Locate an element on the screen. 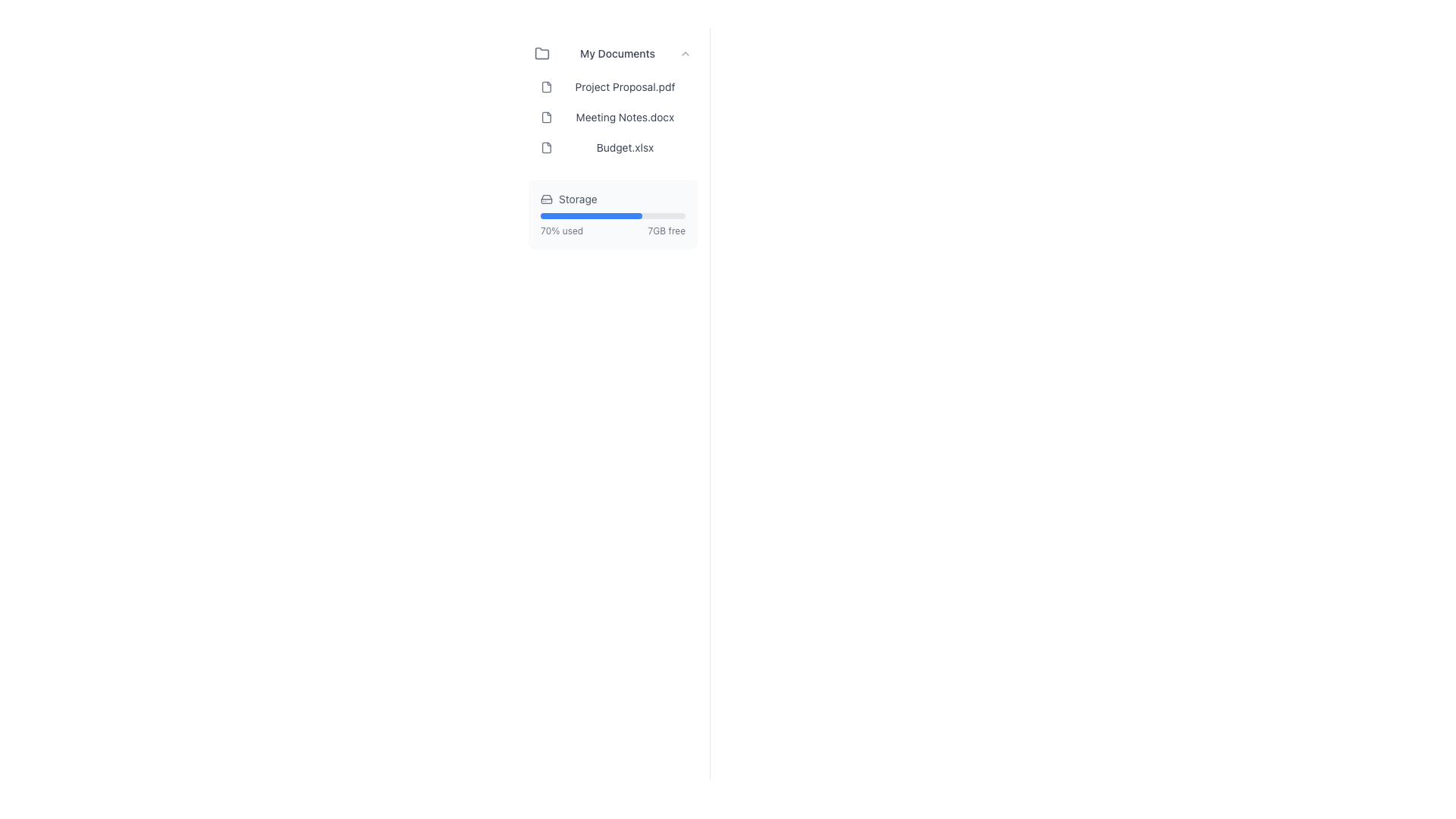  the static text label displaying '70% used', which is a small gray font notification located near the bottom of the 'Storage' section, to the left of '7GB free' is located at coordinates (561, 231).